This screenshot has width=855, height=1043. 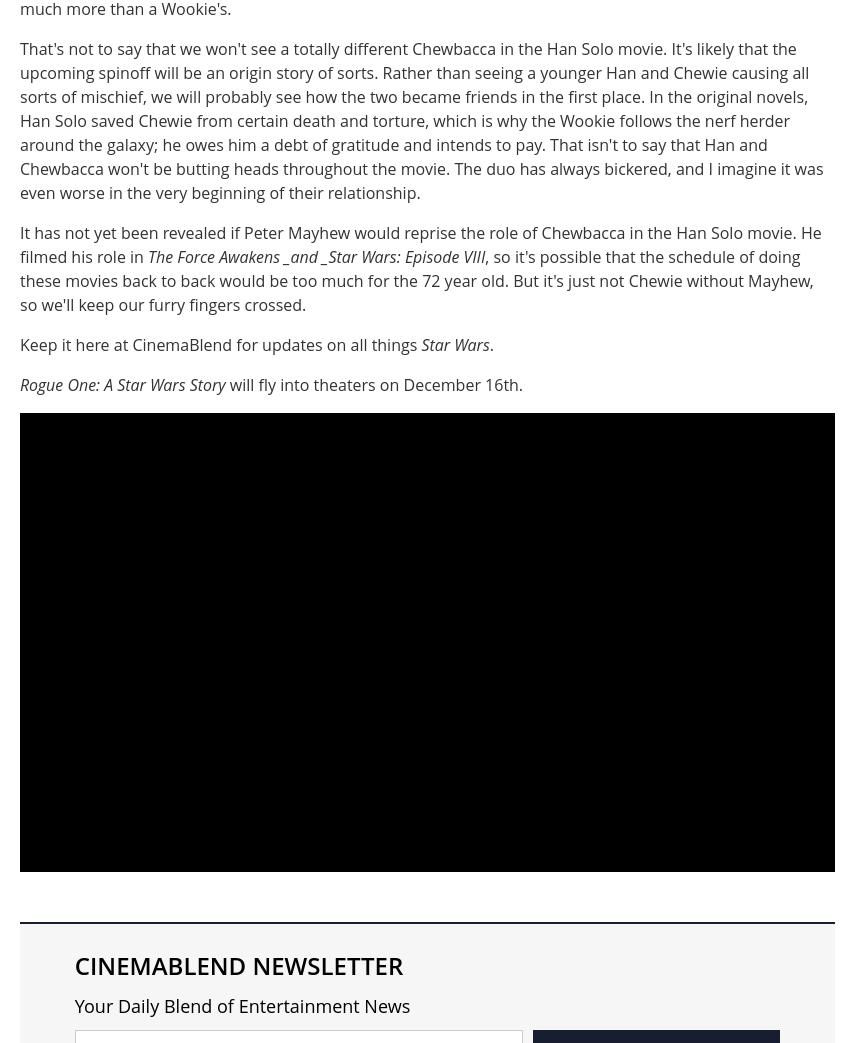 I want to click on 'CINEMABLEND NEWSLETTER', so click(x=237, y=963).